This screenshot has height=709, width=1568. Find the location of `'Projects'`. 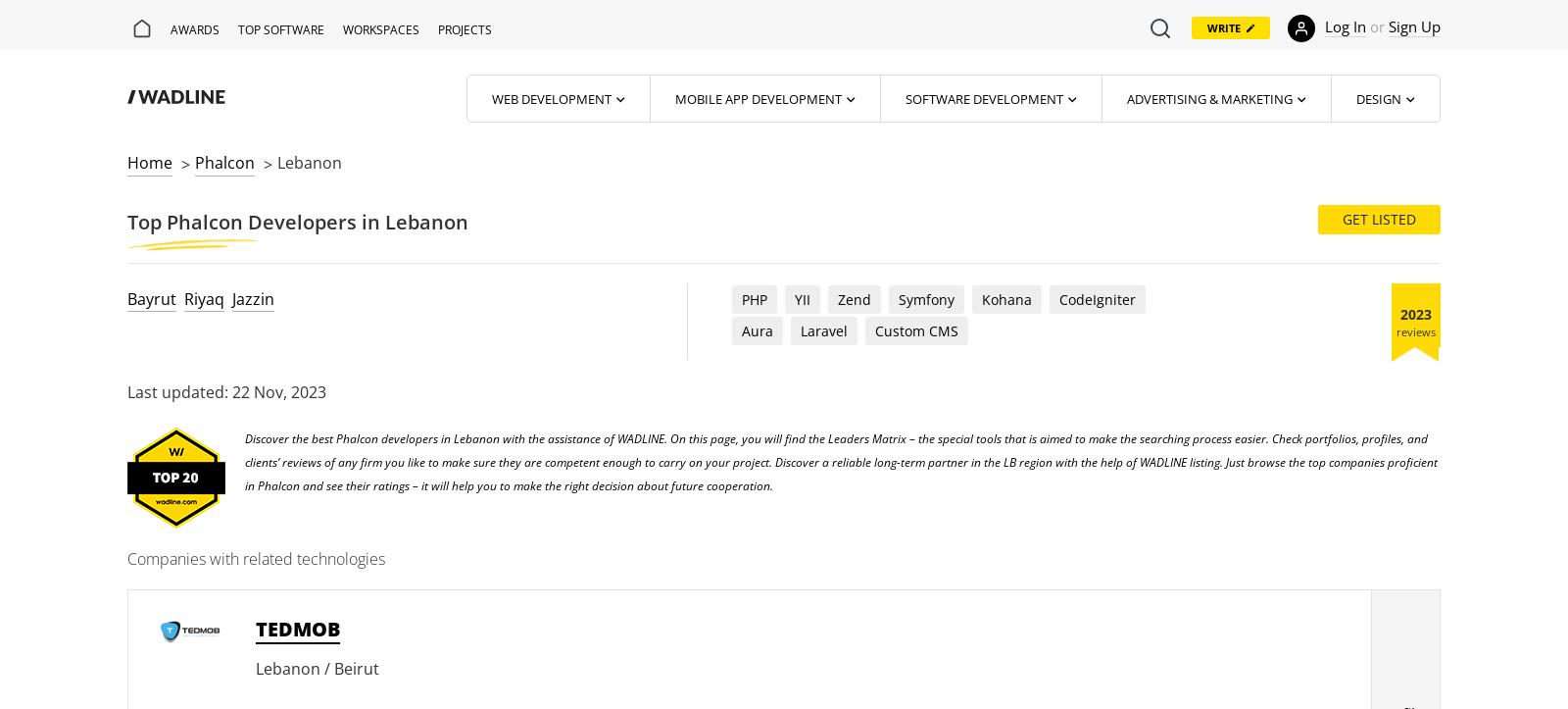

'Projects' is located at coordinates (437, 29).